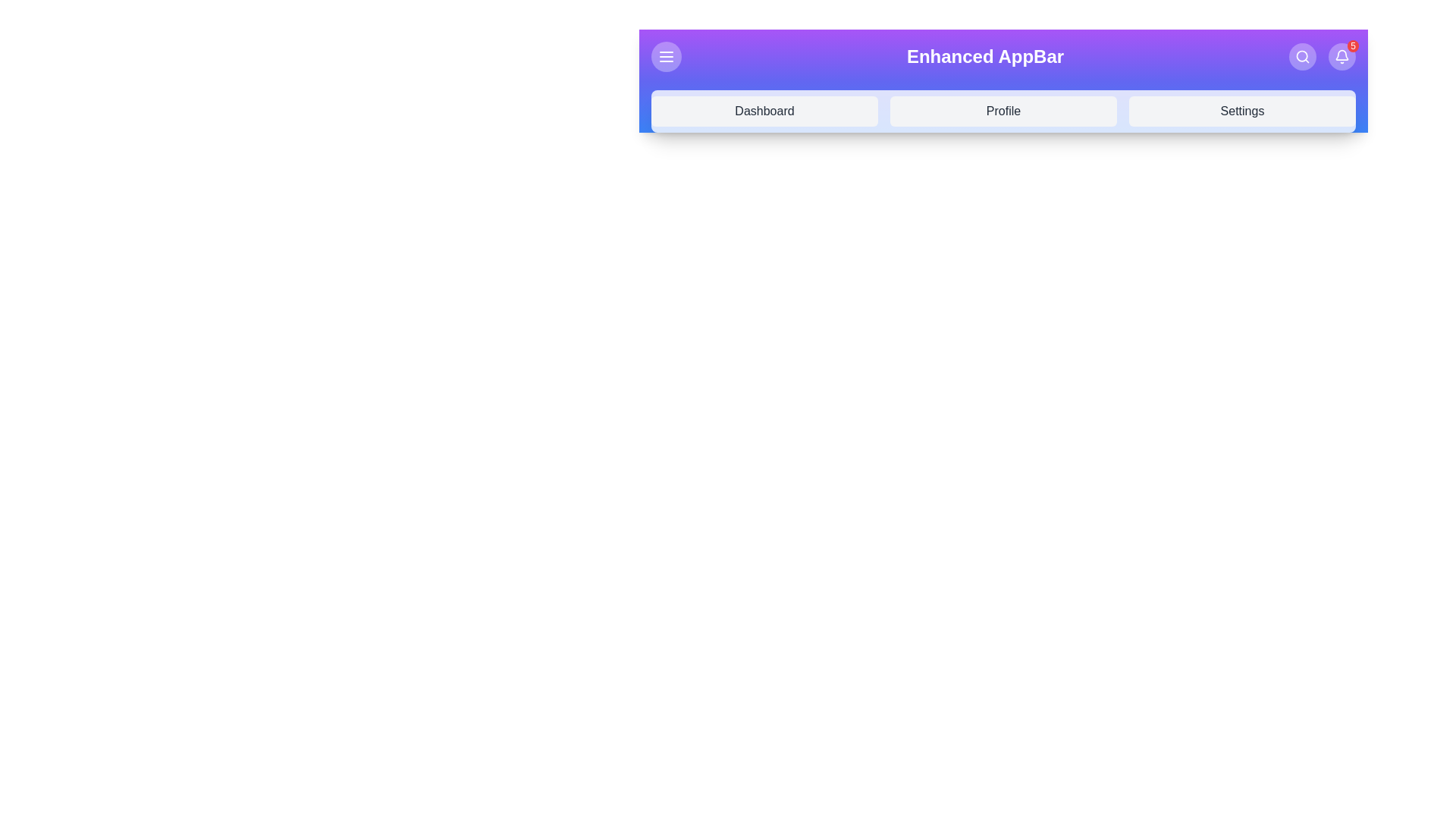 This screenshot has width=1456, height=819. Describe the element at coordinates (1242, 110) in the screenshot. I see `the navigation item Settings to navigate to its respective section` at that location.